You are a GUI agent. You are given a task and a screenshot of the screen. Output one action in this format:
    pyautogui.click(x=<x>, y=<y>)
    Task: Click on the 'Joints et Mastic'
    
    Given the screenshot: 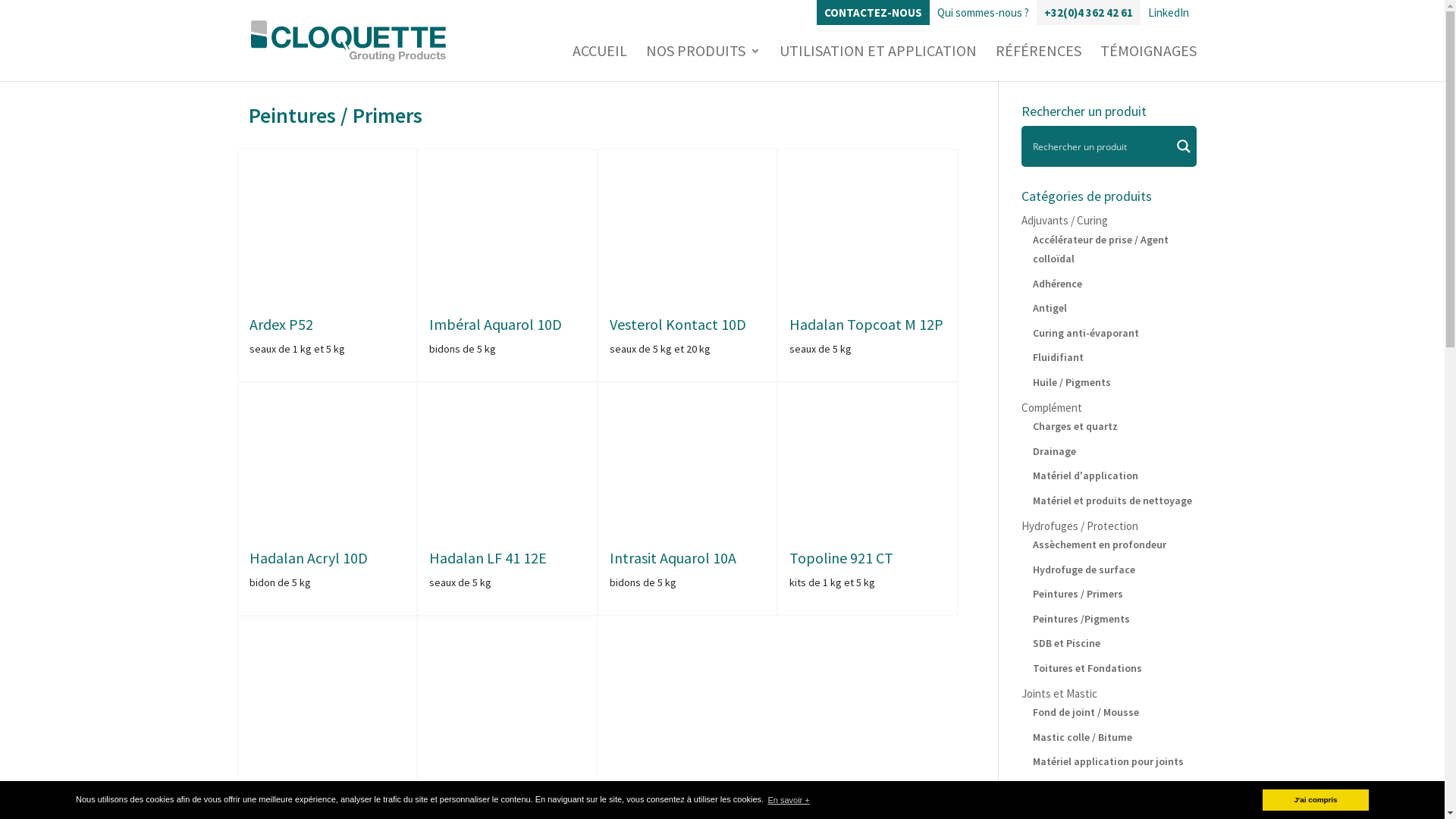 What is the action you would take?
    pyautogui.click(x=1058, y=692)
    